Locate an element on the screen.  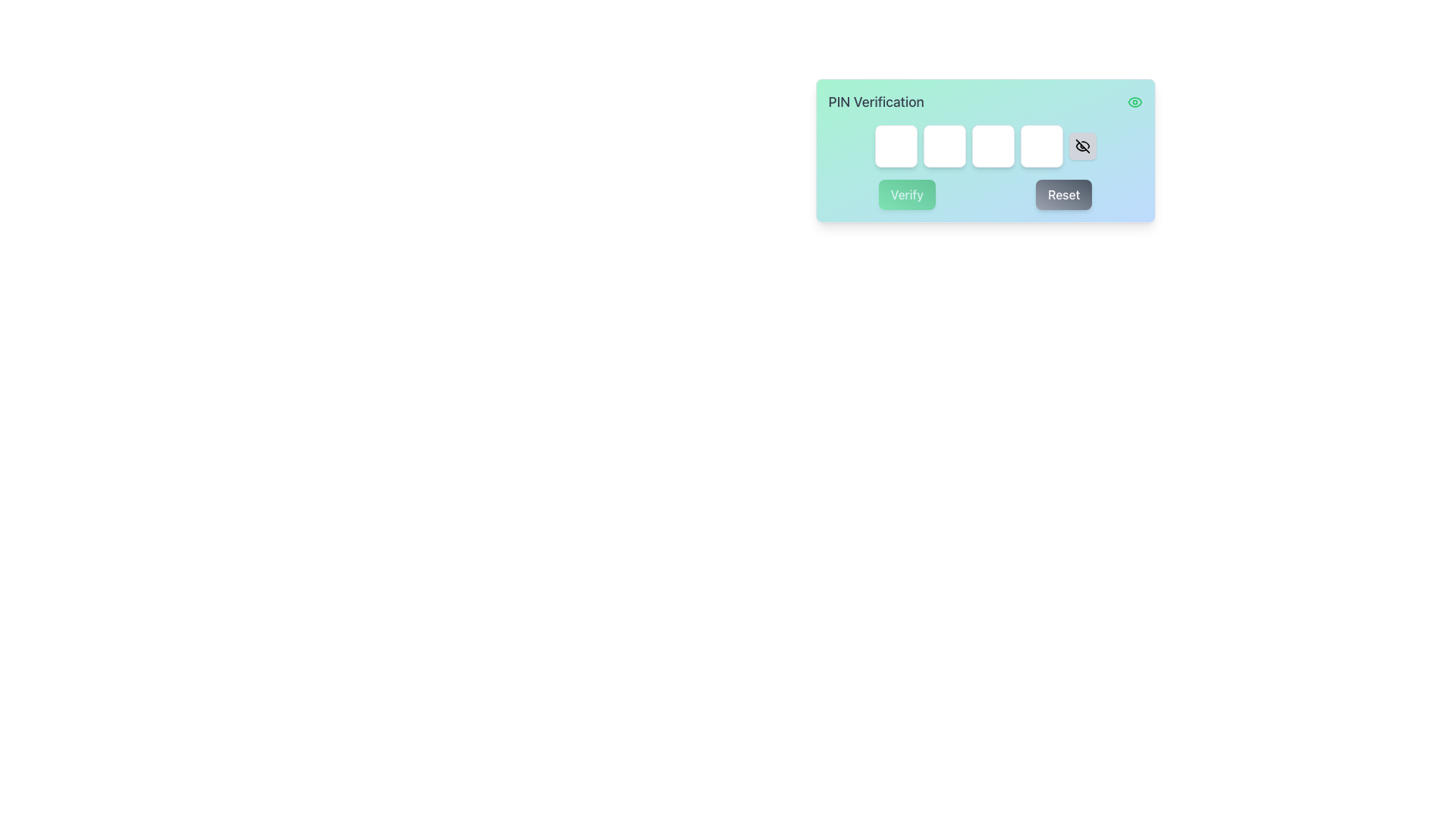
the 'Reset' button, which is a standard button with rounded corners and a gradient background, located to the right of the 'Verify' button in a horizontal layout is located at coordinates (1062, 194).